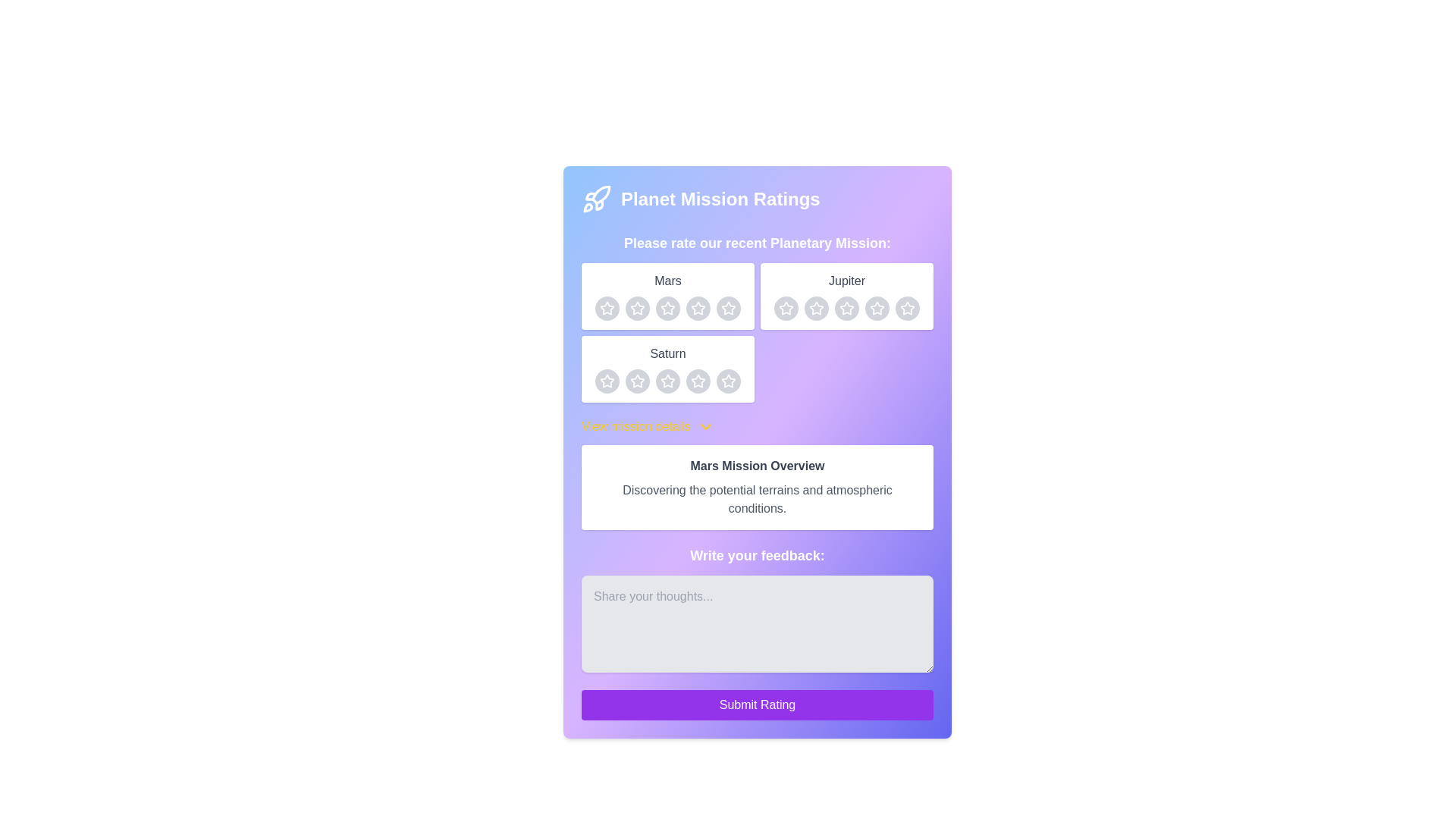  What do you see at coordinates (815, 308) in the screenshot?
I see `the third star button under the 'Jupiter' section to assign a rating` at bounding box center [815, 308].